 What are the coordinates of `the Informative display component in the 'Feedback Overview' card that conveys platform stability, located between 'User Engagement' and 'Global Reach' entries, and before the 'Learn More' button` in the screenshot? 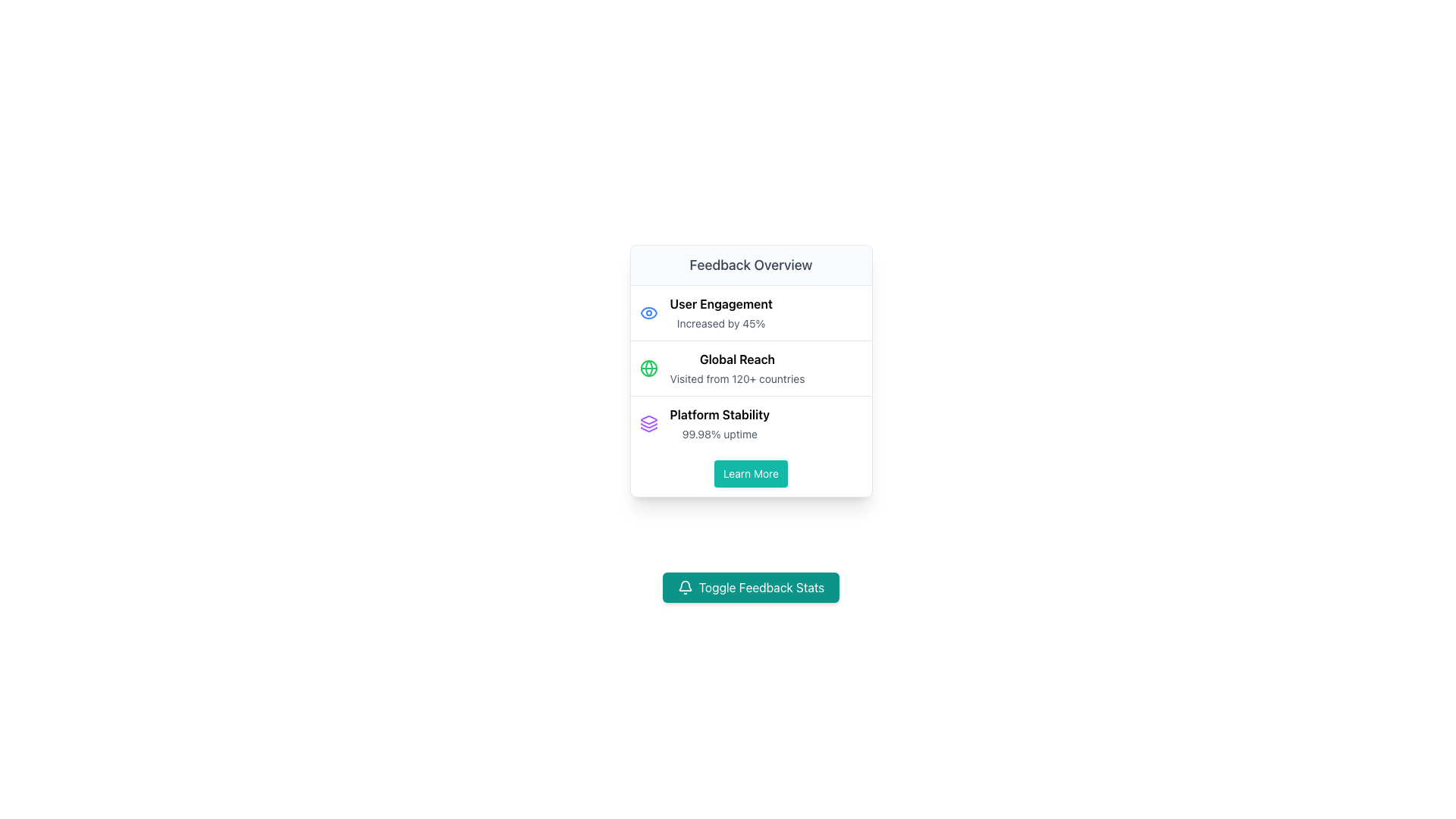 It's located at (751, 423).